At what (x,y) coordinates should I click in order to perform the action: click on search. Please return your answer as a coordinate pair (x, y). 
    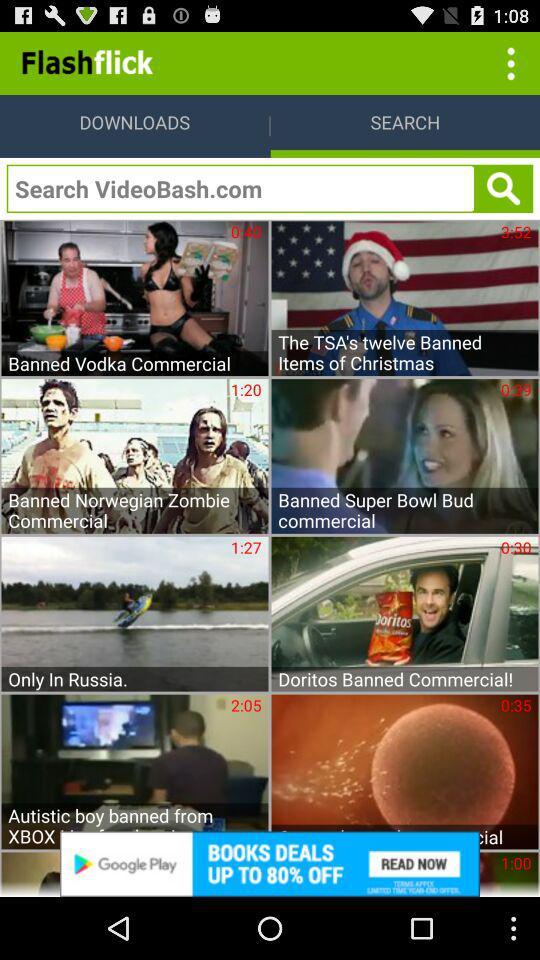
    Looking at the image, I should click on (240, 188).